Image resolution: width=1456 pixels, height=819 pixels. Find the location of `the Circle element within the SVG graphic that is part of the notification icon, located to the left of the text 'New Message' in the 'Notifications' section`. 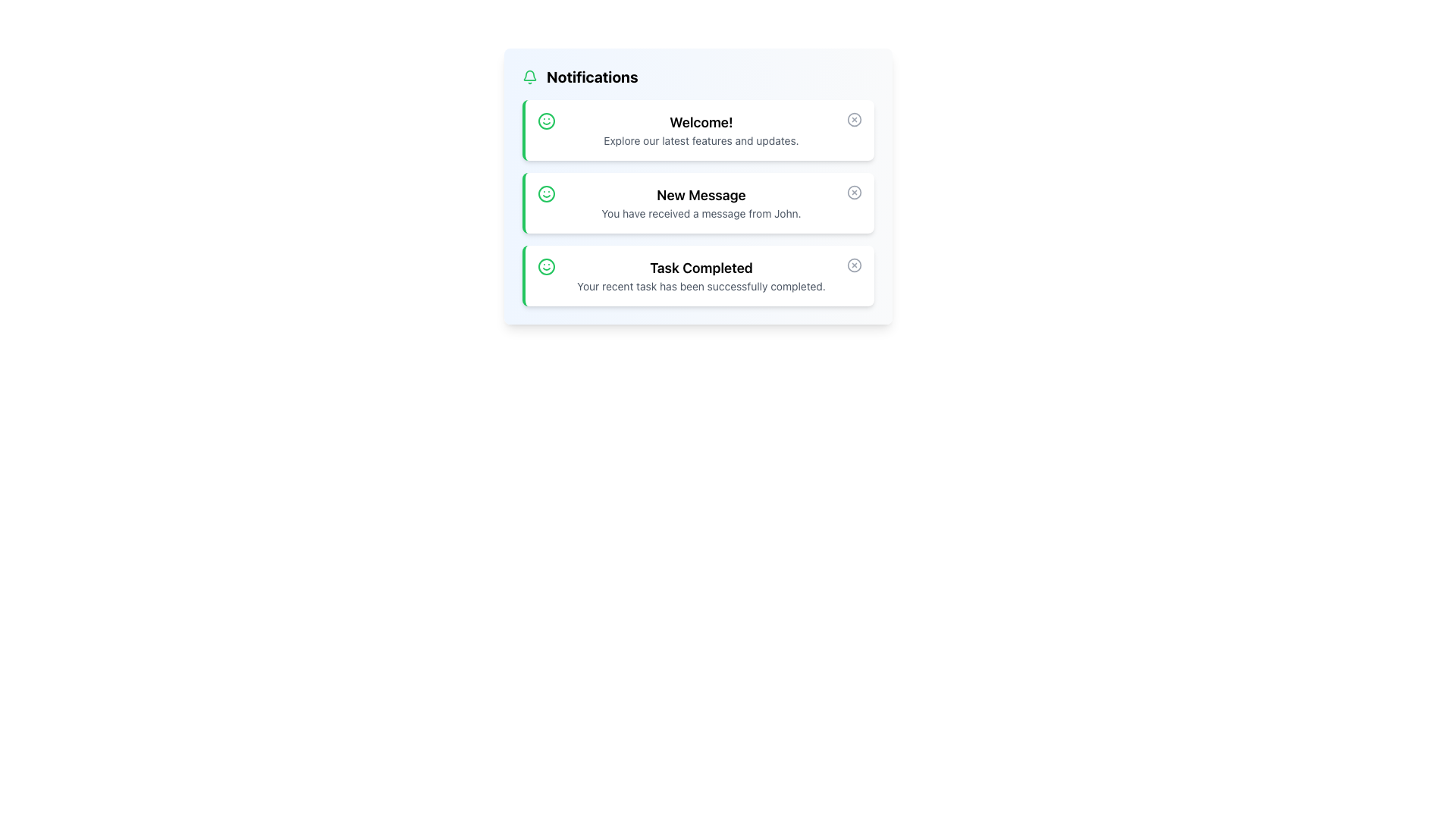

the Circle element within the SVG graphic that is part of the notification icon, located to the left of the text 'New Message' in the 'Notifications' section is located at coordinates (546, 193).